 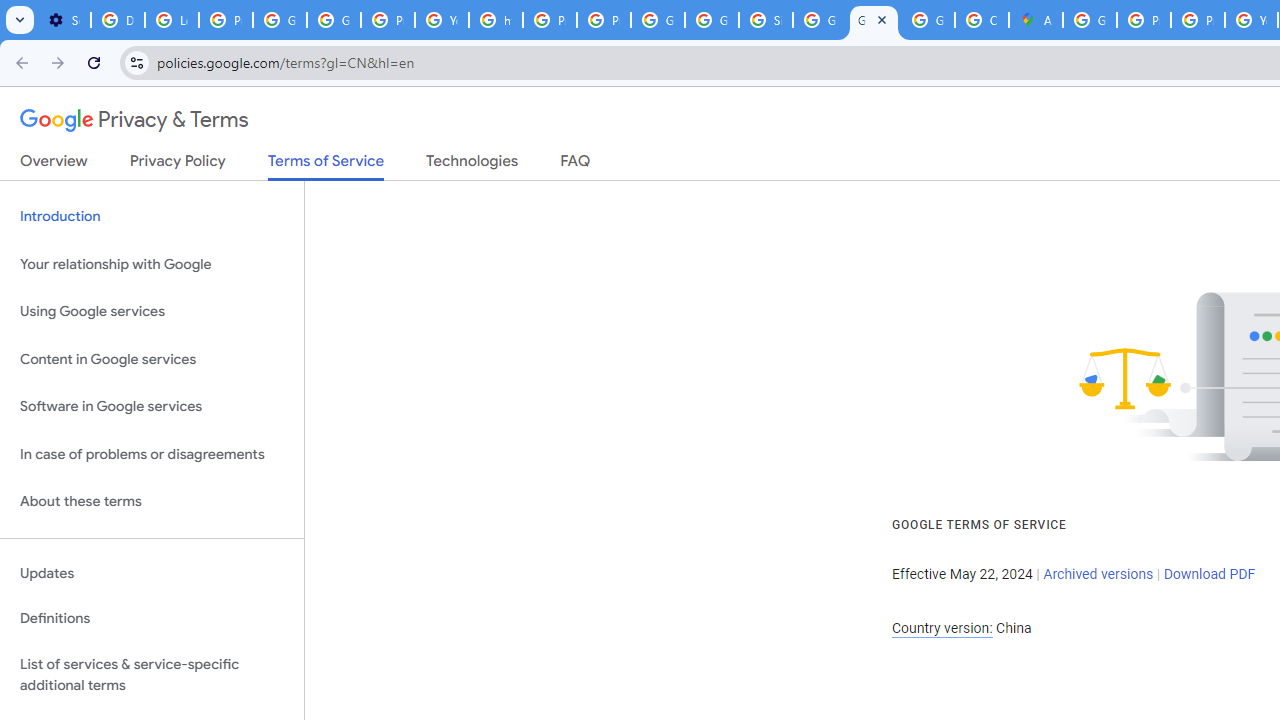 What do you see at coordinates (64, 20) in the screenshot?
I see `'Settings - On startup'` at bounding box center [64, 20].